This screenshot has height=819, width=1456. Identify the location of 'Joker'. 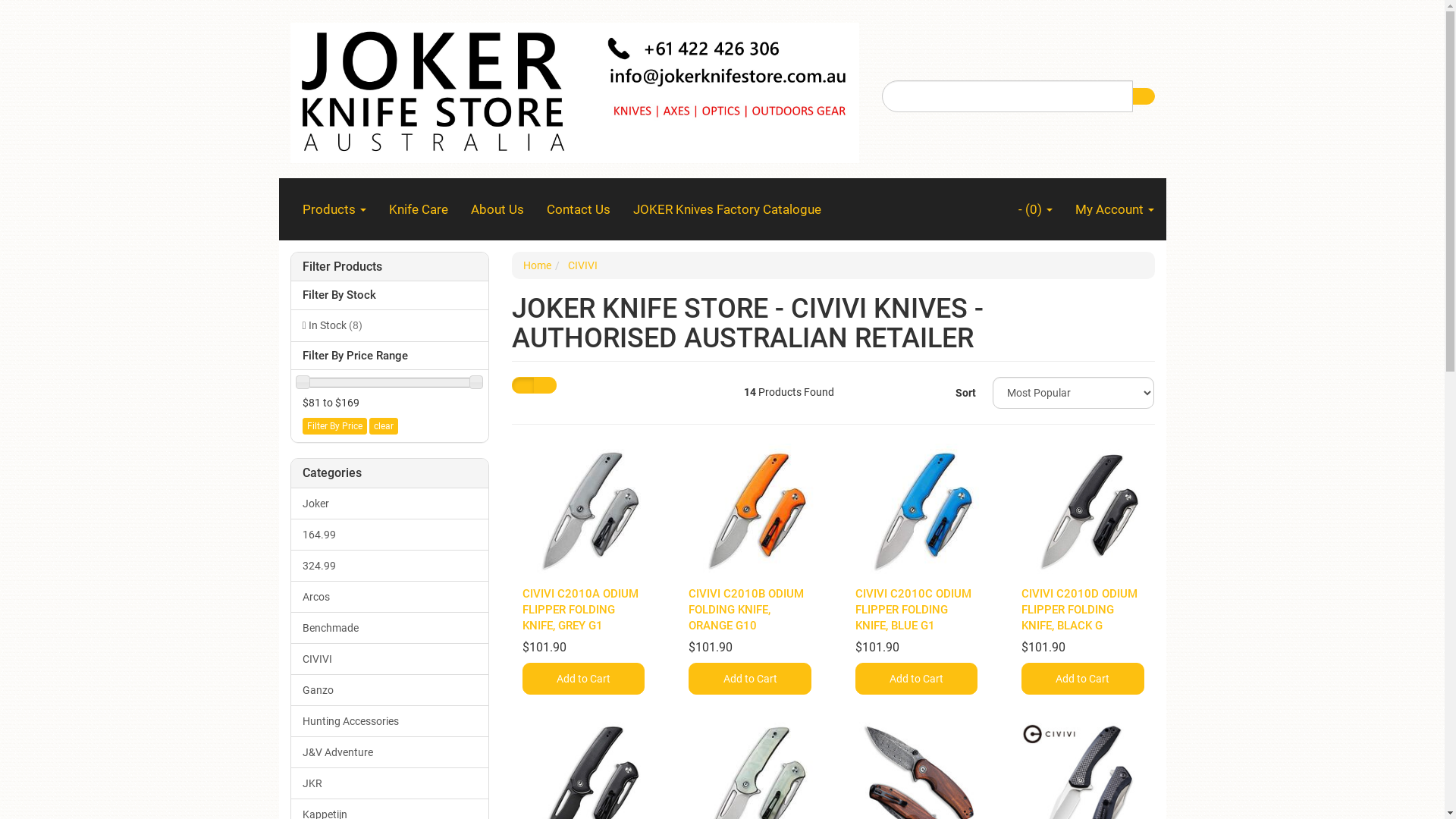
(390, 504).